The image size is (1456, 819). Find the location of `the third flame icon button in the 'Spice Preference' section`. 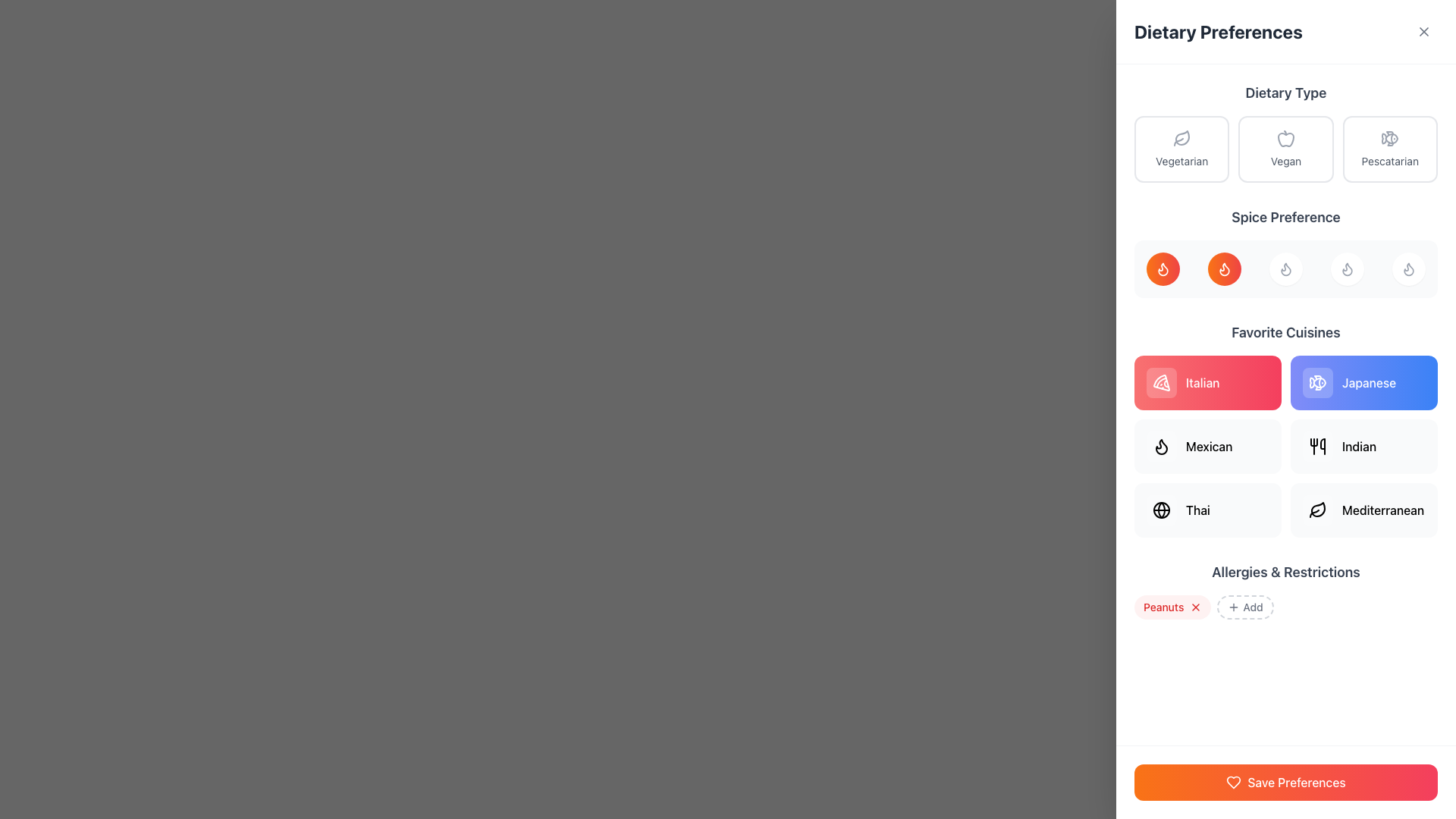

the third flame icon button in the 'Spice Preference' section is located at coordinates (1285, 268).